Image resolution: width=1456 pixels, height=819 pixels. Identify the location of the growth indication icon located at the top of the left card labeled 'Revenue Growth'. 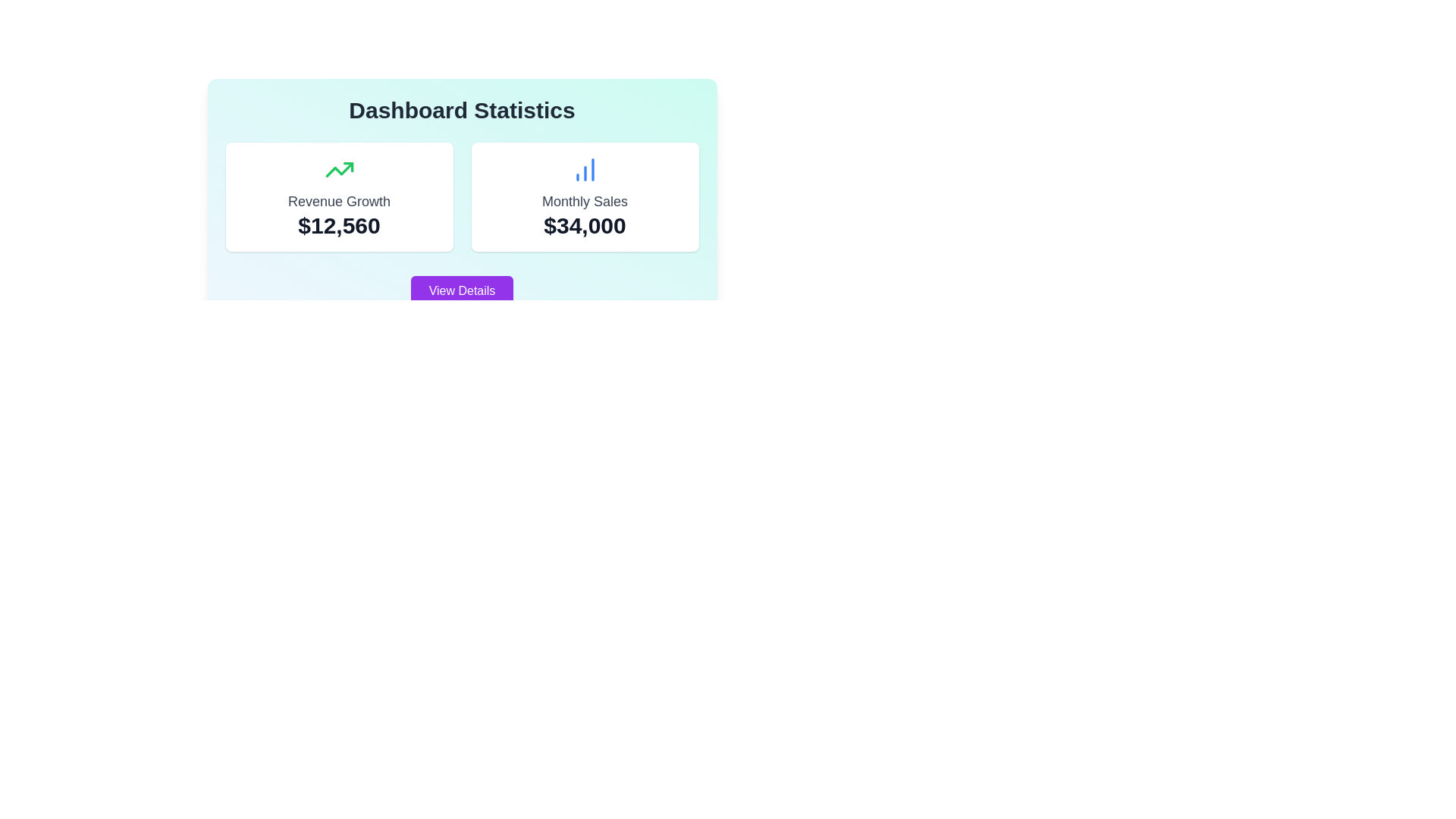
(338, 169).